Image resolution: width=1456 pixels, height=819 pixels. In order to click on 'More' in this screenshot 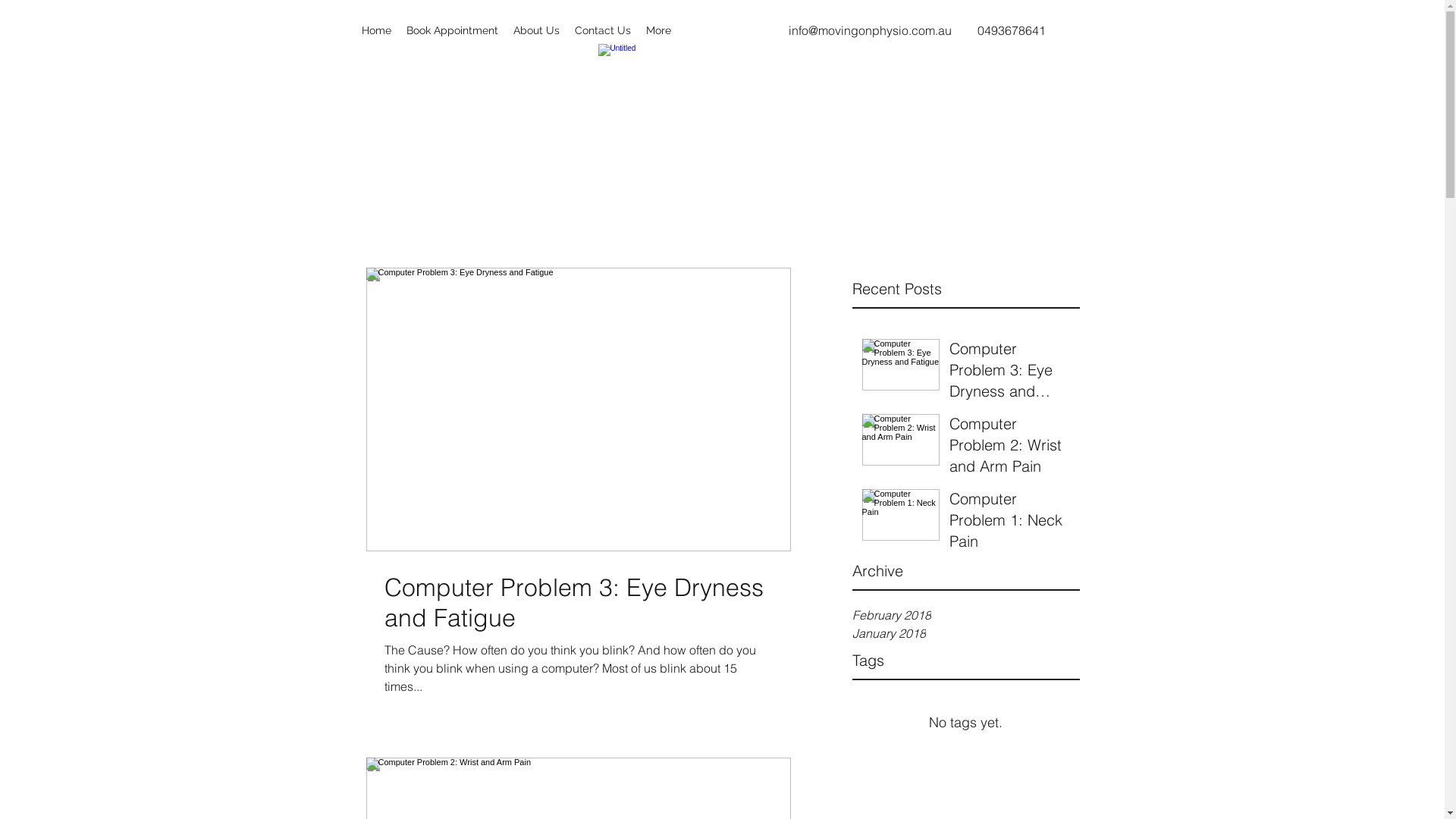, I will do `click(658, 30)`.